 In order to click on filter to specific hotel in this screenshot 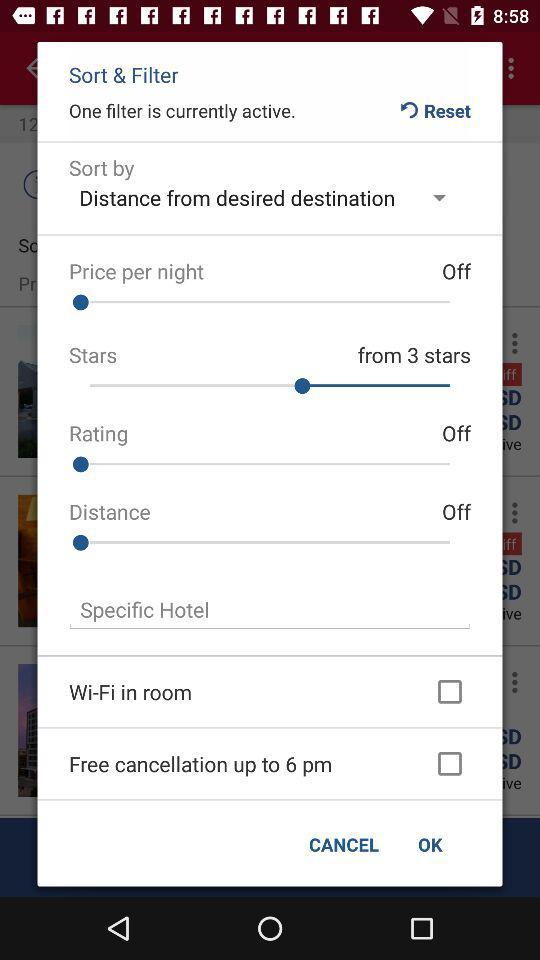, I will do `click(270, 608)`.